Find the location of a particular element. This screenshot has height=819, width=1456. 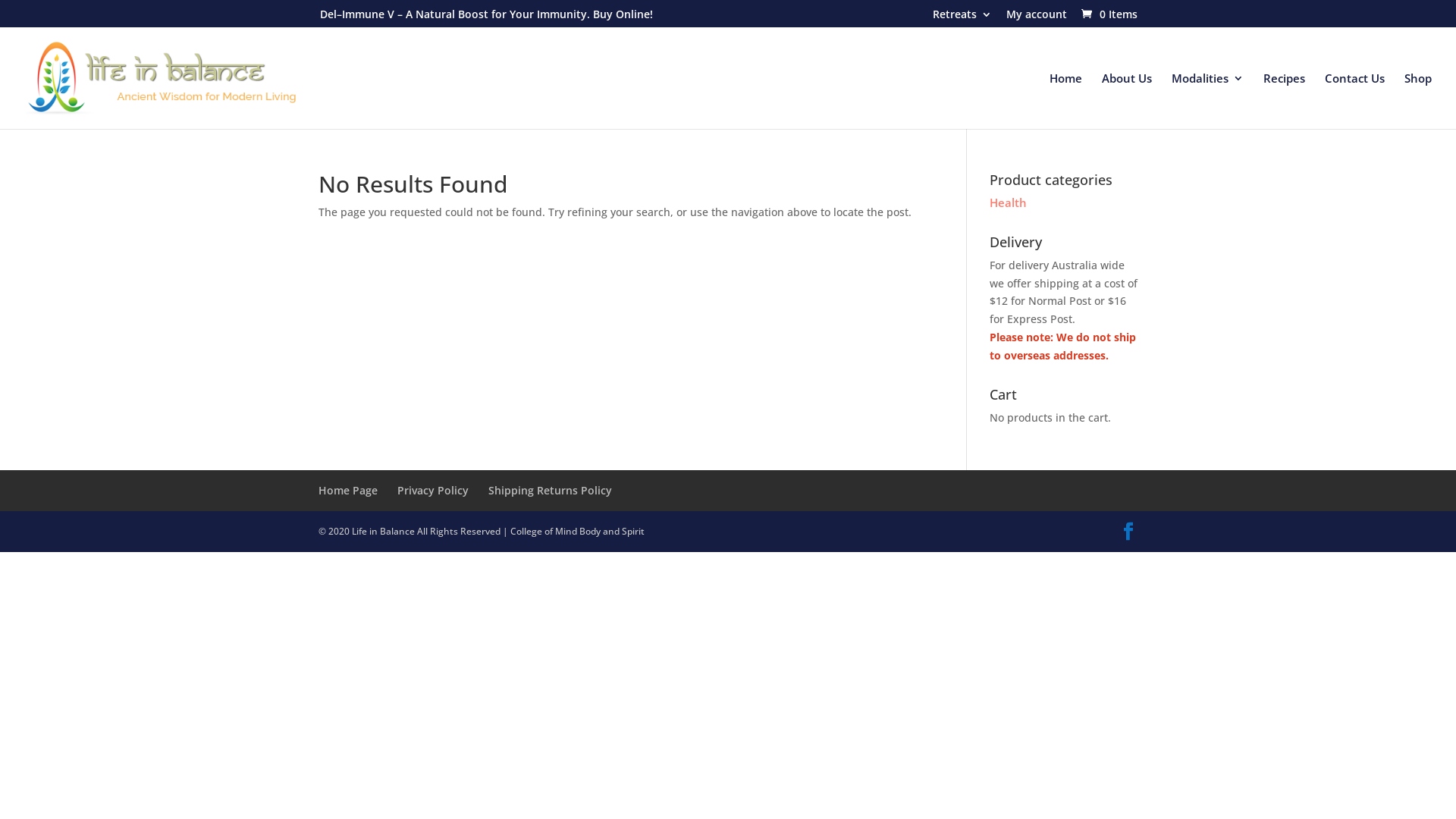

'About Us' is located at coordinates (1127, 100).